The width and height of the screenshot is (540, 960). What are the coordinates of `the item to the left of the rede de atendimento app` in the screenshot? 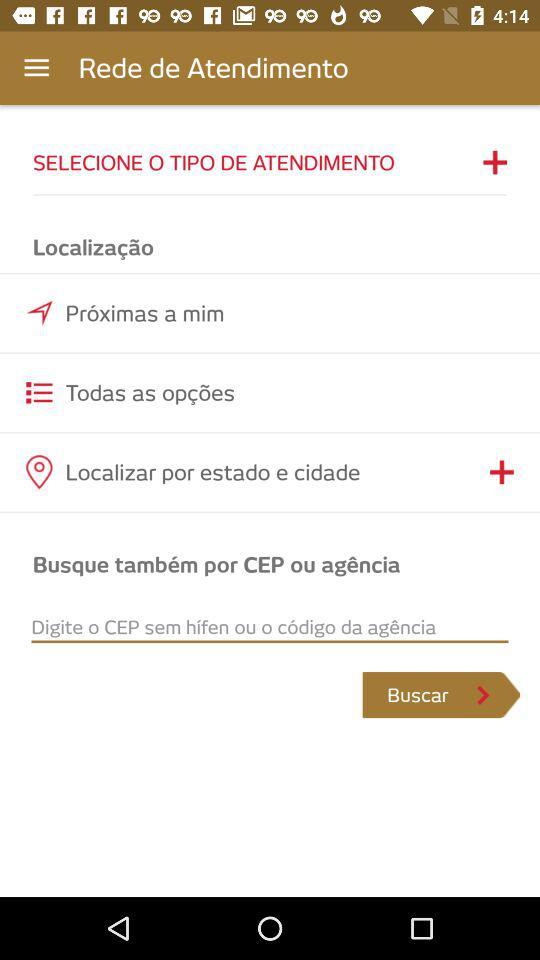 It's located at (36, 68).